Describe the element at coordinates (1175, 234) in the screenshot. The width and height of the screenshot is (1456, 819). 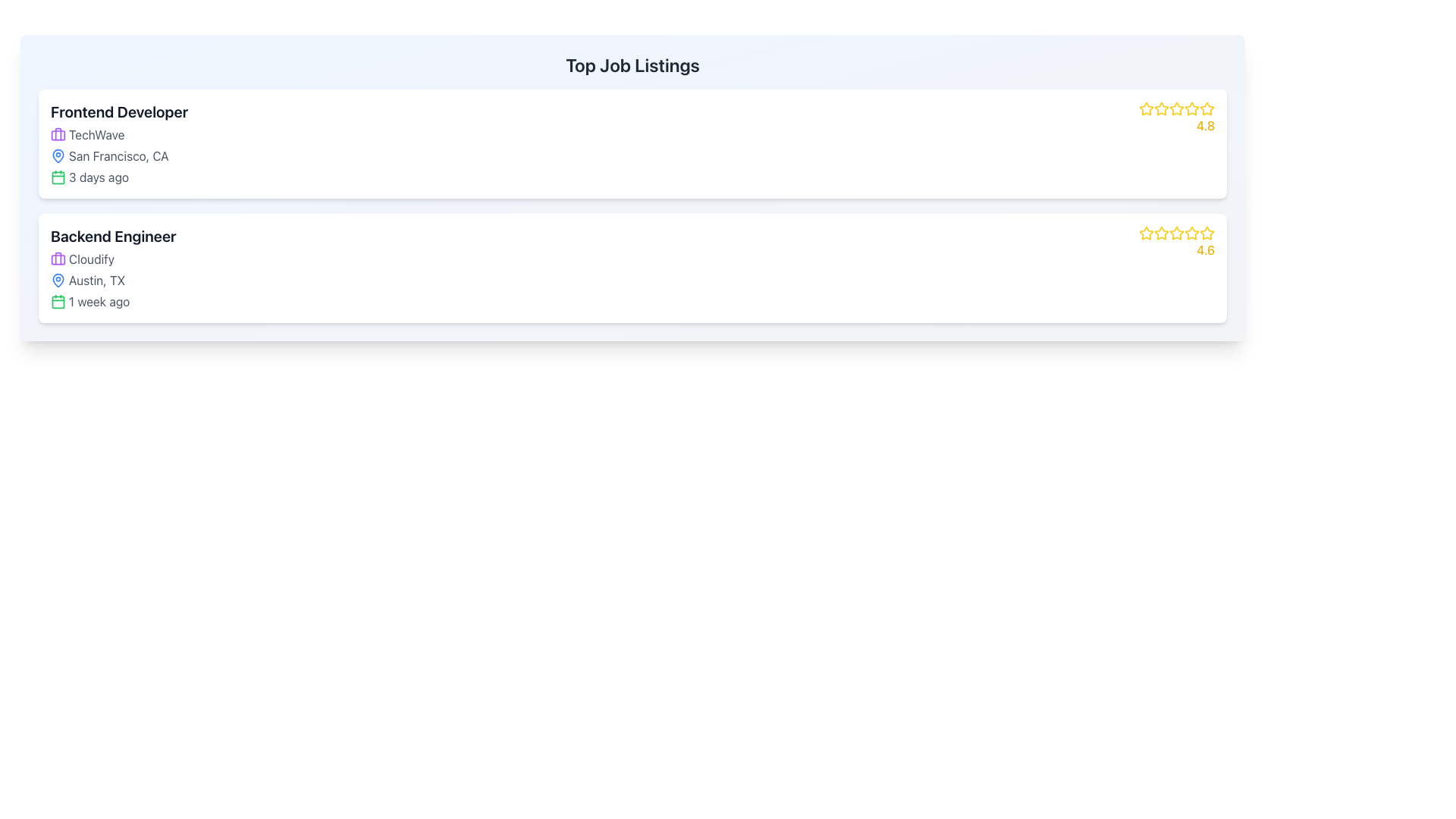
I see `the third star icon in the rating system located in the bottom job listing module on the right` at that location.